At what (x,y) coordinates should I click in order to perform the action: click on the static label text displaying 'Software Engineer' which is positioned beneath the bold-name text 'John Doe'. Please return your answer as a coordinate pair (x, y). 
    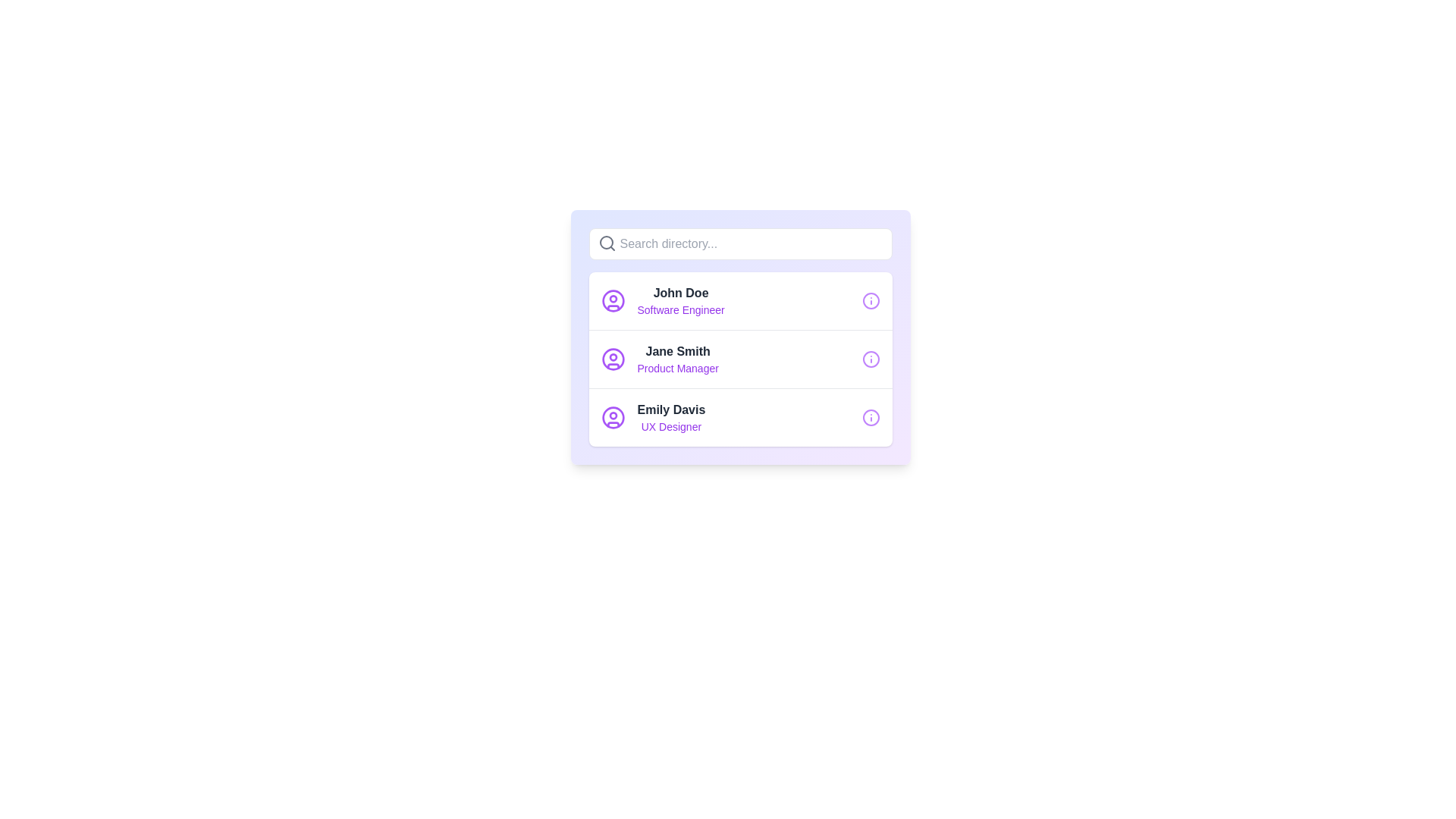
    Looking at the image, I should click on (680, 309).